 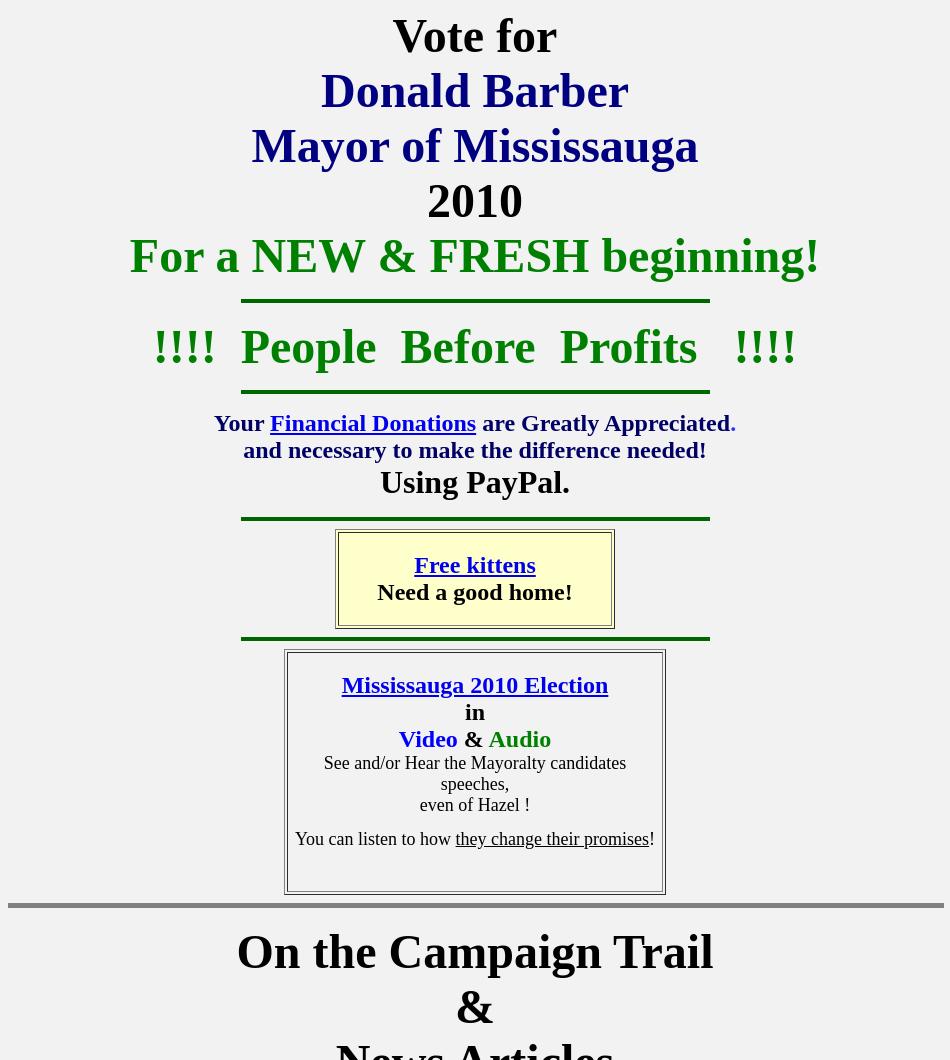 What do you see at coordinates (390, 35) in the screenshot?
I see `'Vote for'` at bounding box center [390, 35].